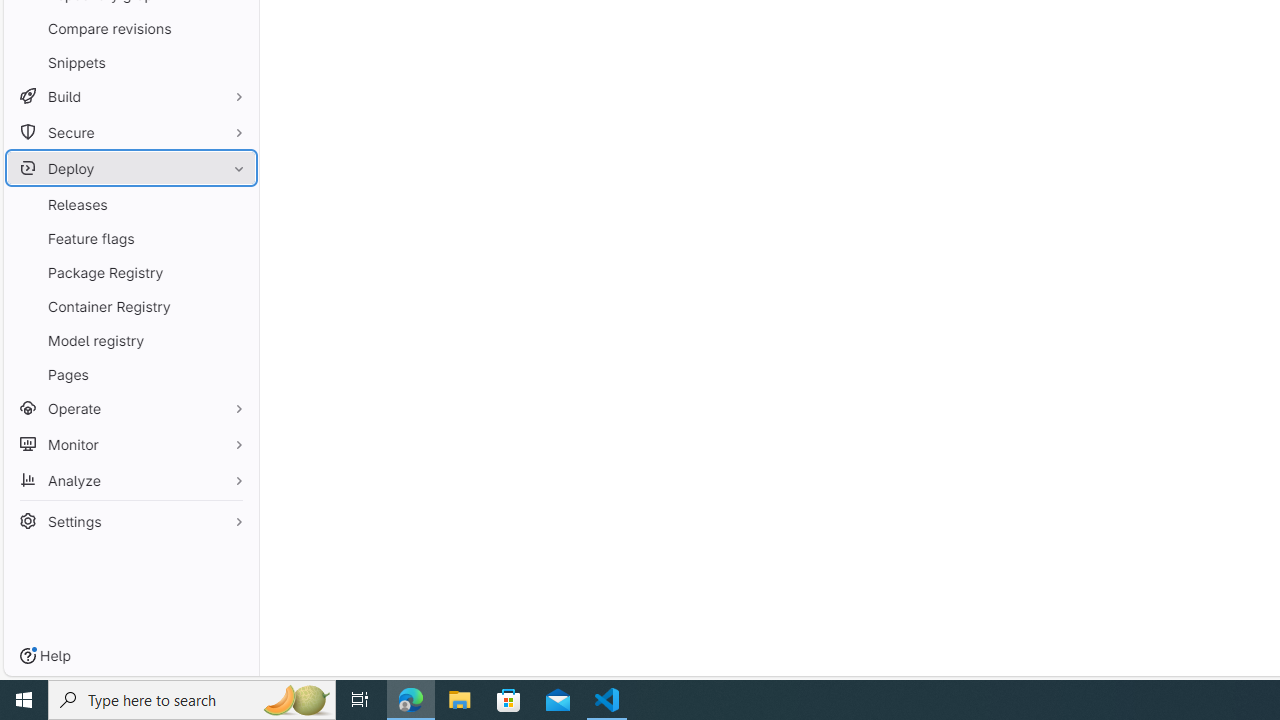 The image size is (1280, 720). I want to click on 'Feature flags', so click(130, 237).